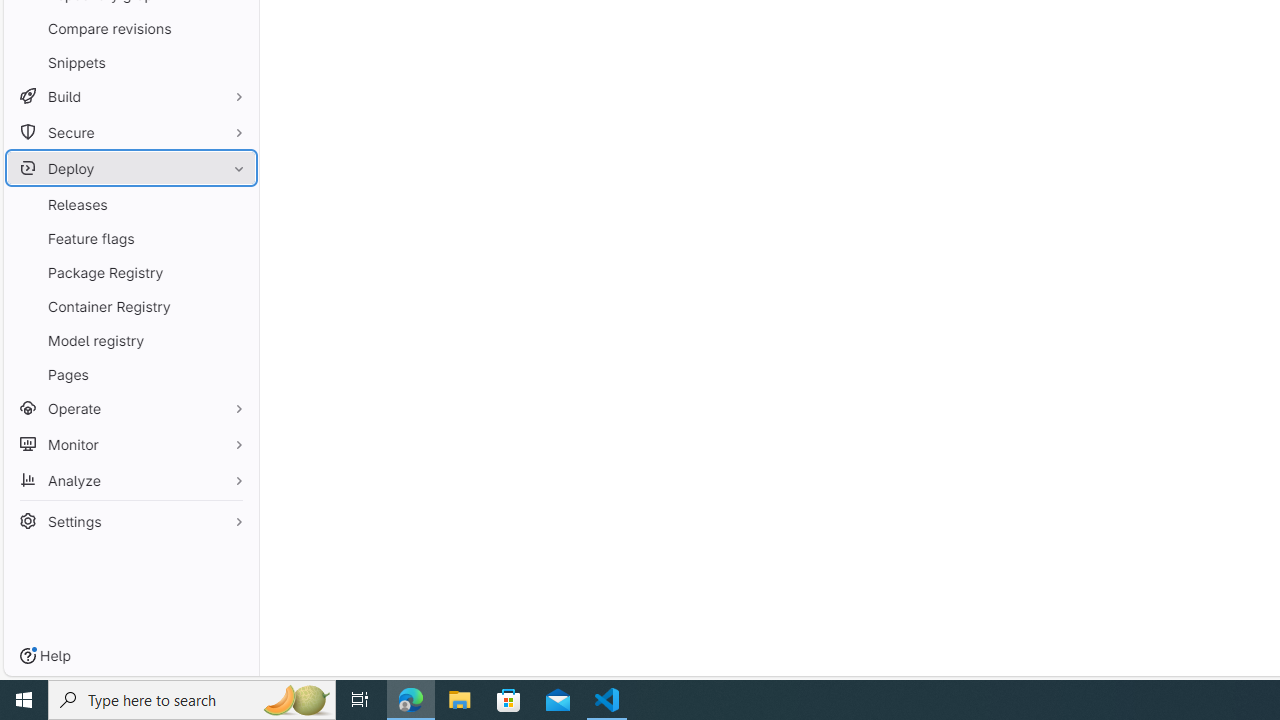 The image size is (1280, 720). I want to click on 'Feature flags', so click(130, 237).